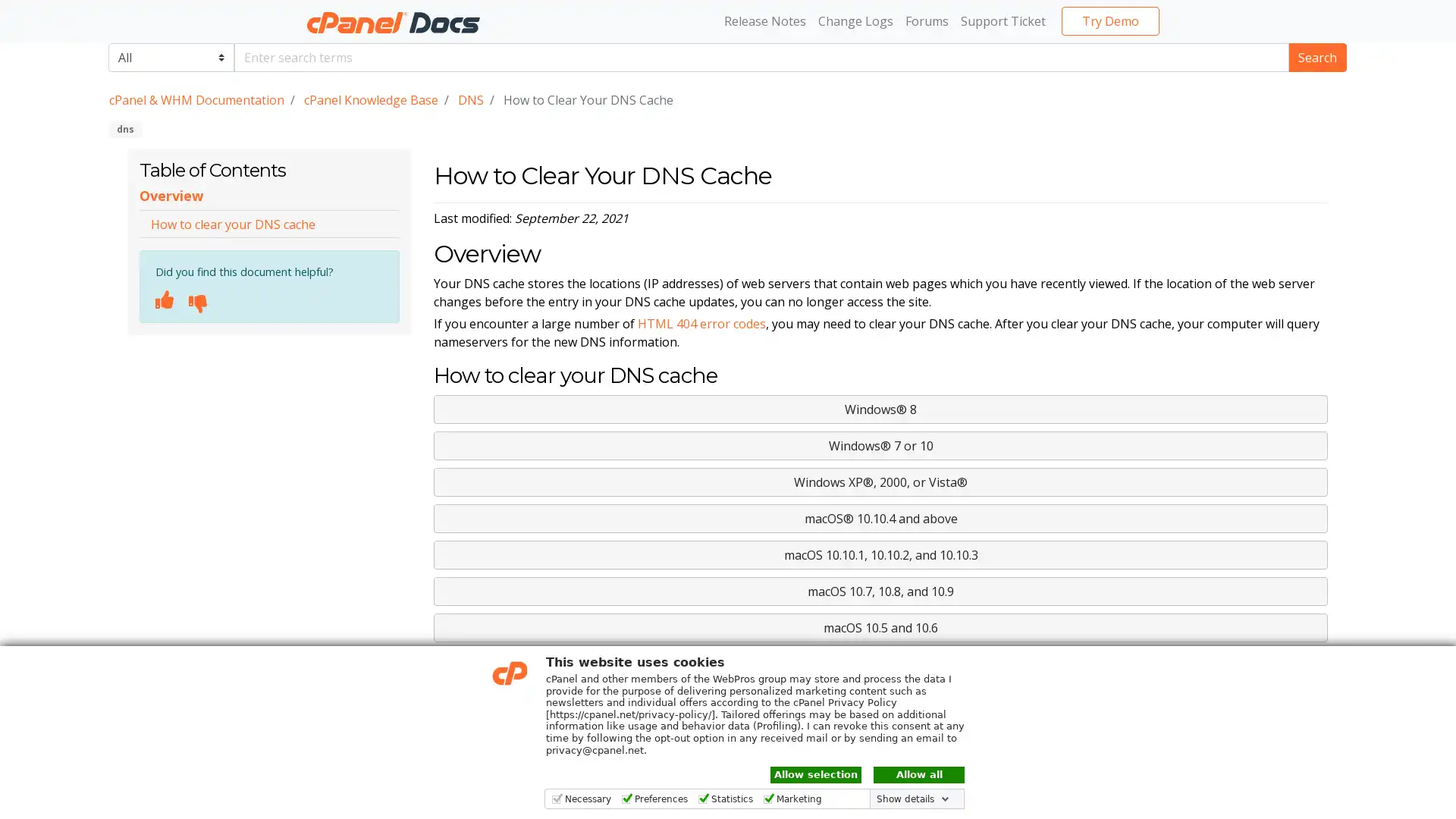 This screenshot has width=1456, height=819. What do you see at coordinates (880, 444) in the screenshot?
I see `Windows 7 or 10` at bounding box center [880, 444].